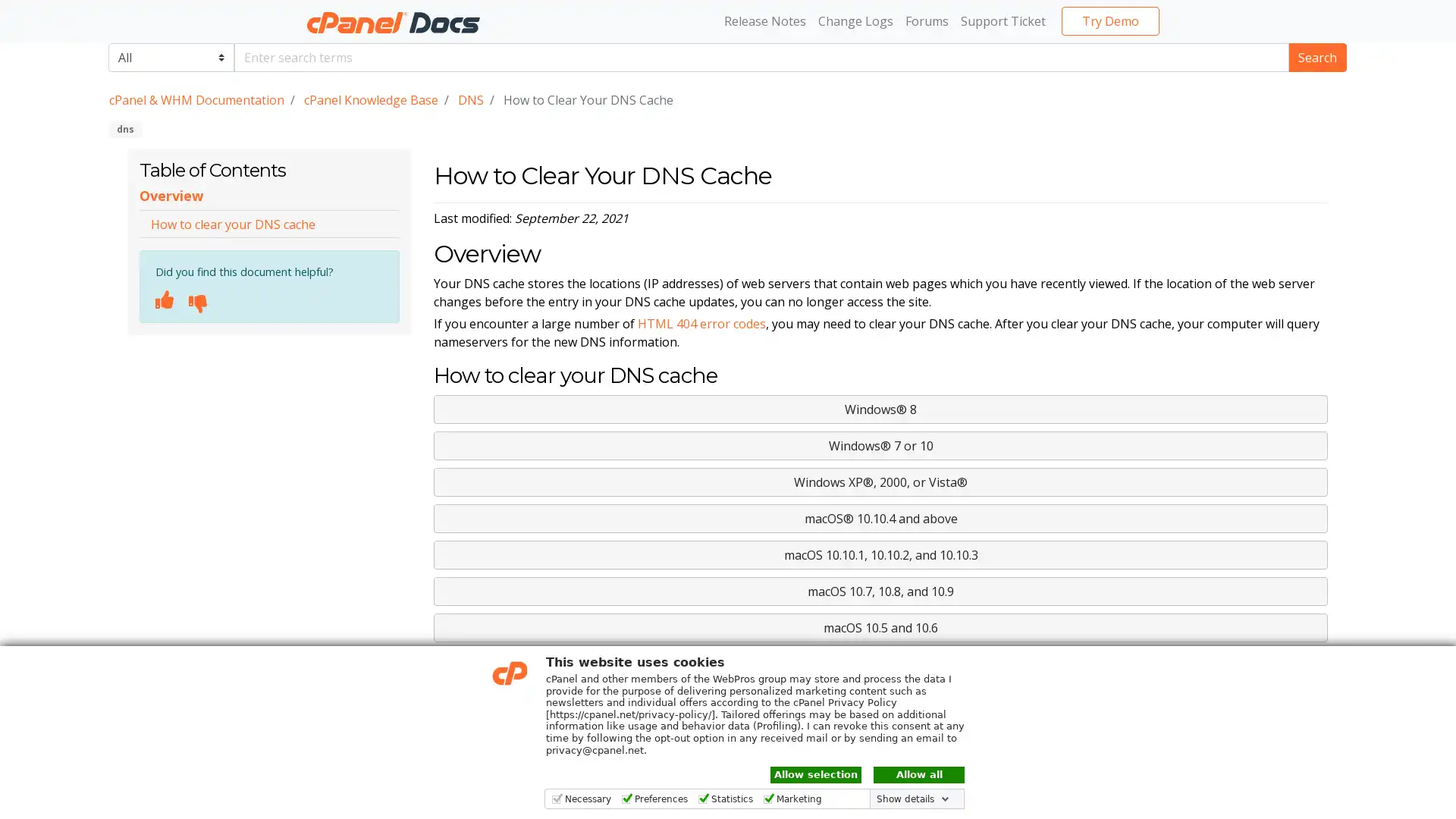 This screenshot has width=1456, height=819. What do you see at coordinates (880, 444) in the screenshot?
I see `Windows 7 or 10` at bounding box center [880, 444].